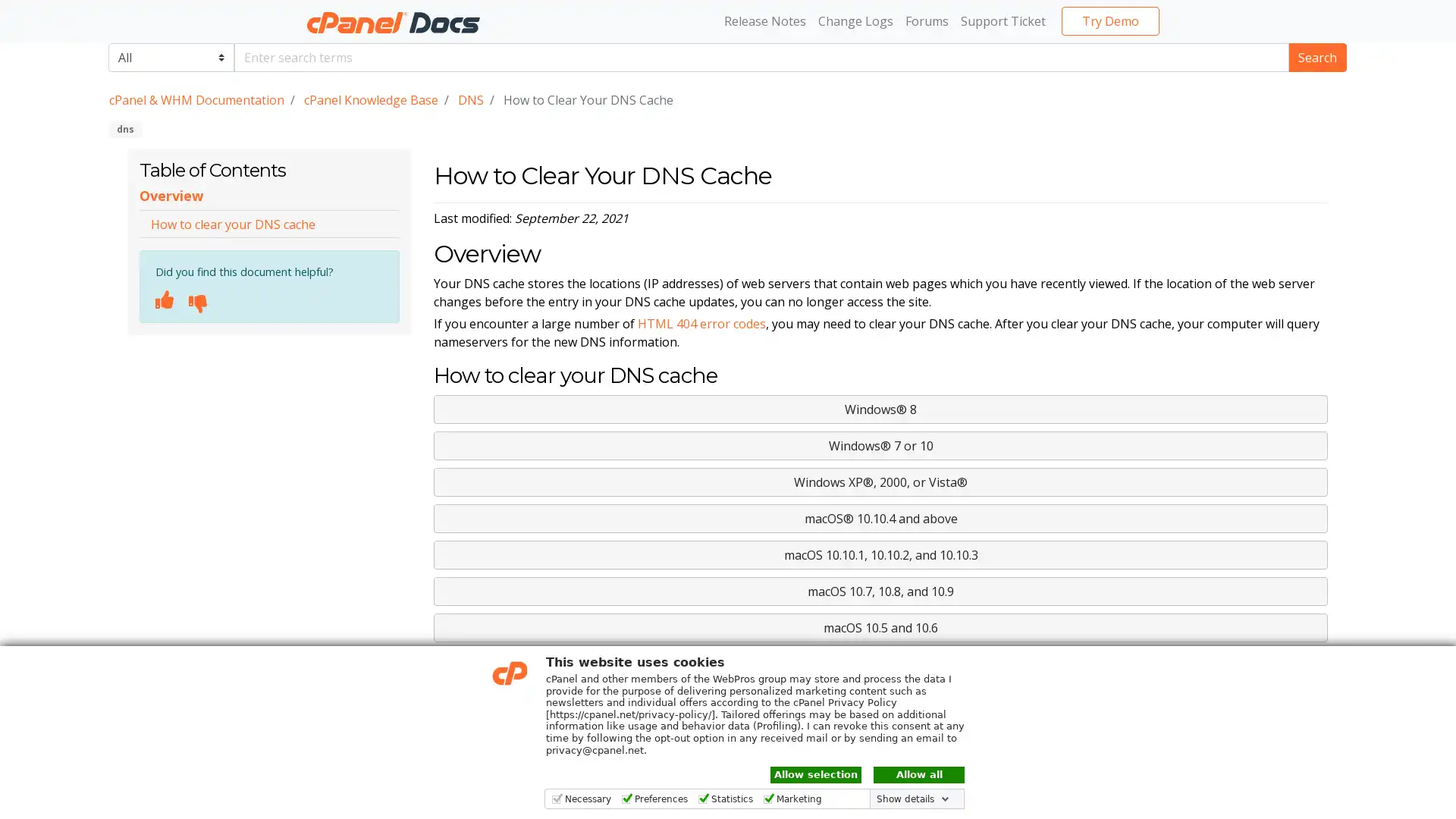 This screenshot has width=1456, height=819. What do you see at coordinates (880, 444) in the screenshot?
I see `Windows 7 or 10` at bounding box center [880, 444].